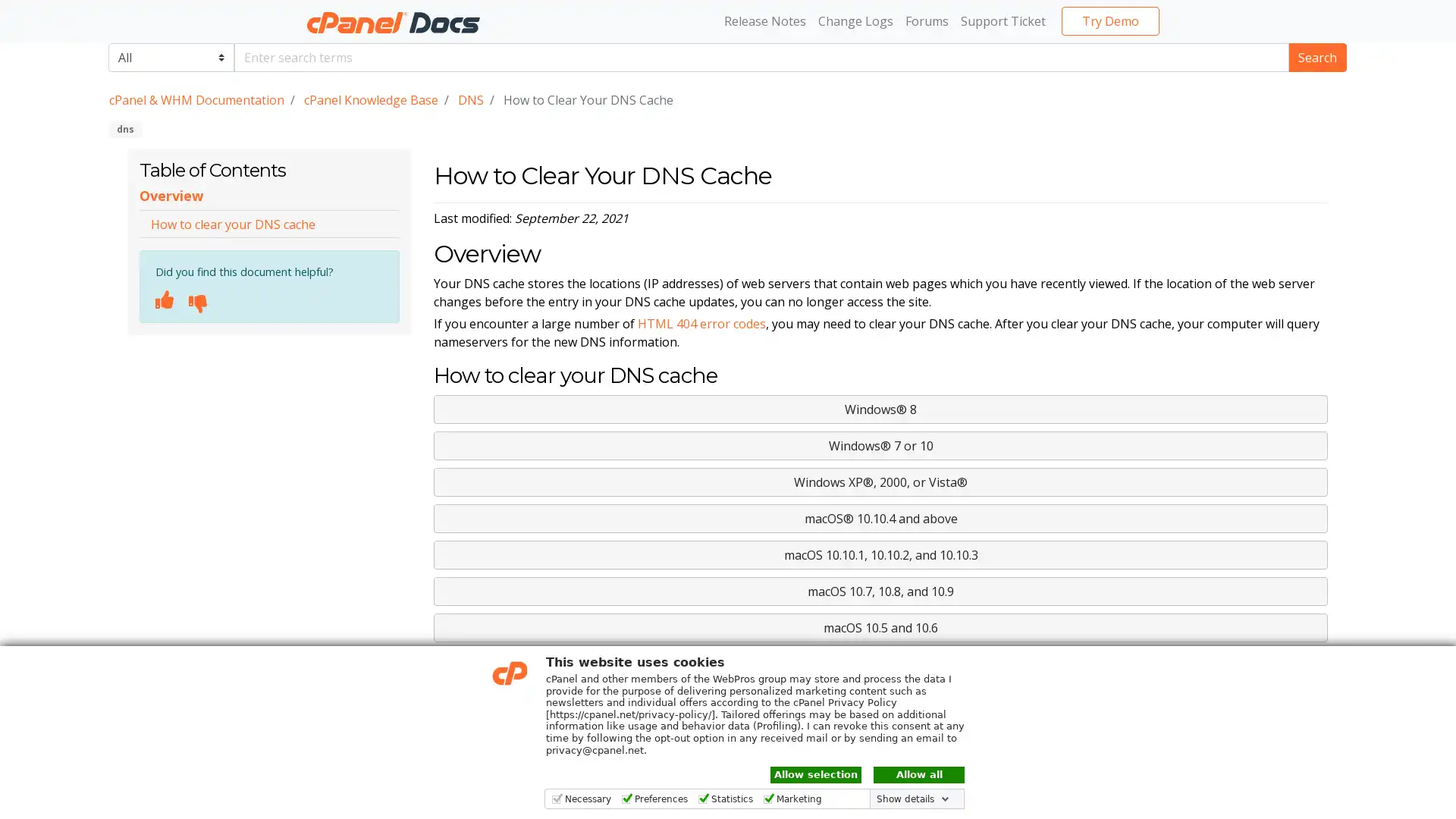 This screenshot has width=1456, height=819. What do you see at coordinates (880, 444) in the screenshot?
I see `Windows 7 or 10` at bounding box center [880, 444].